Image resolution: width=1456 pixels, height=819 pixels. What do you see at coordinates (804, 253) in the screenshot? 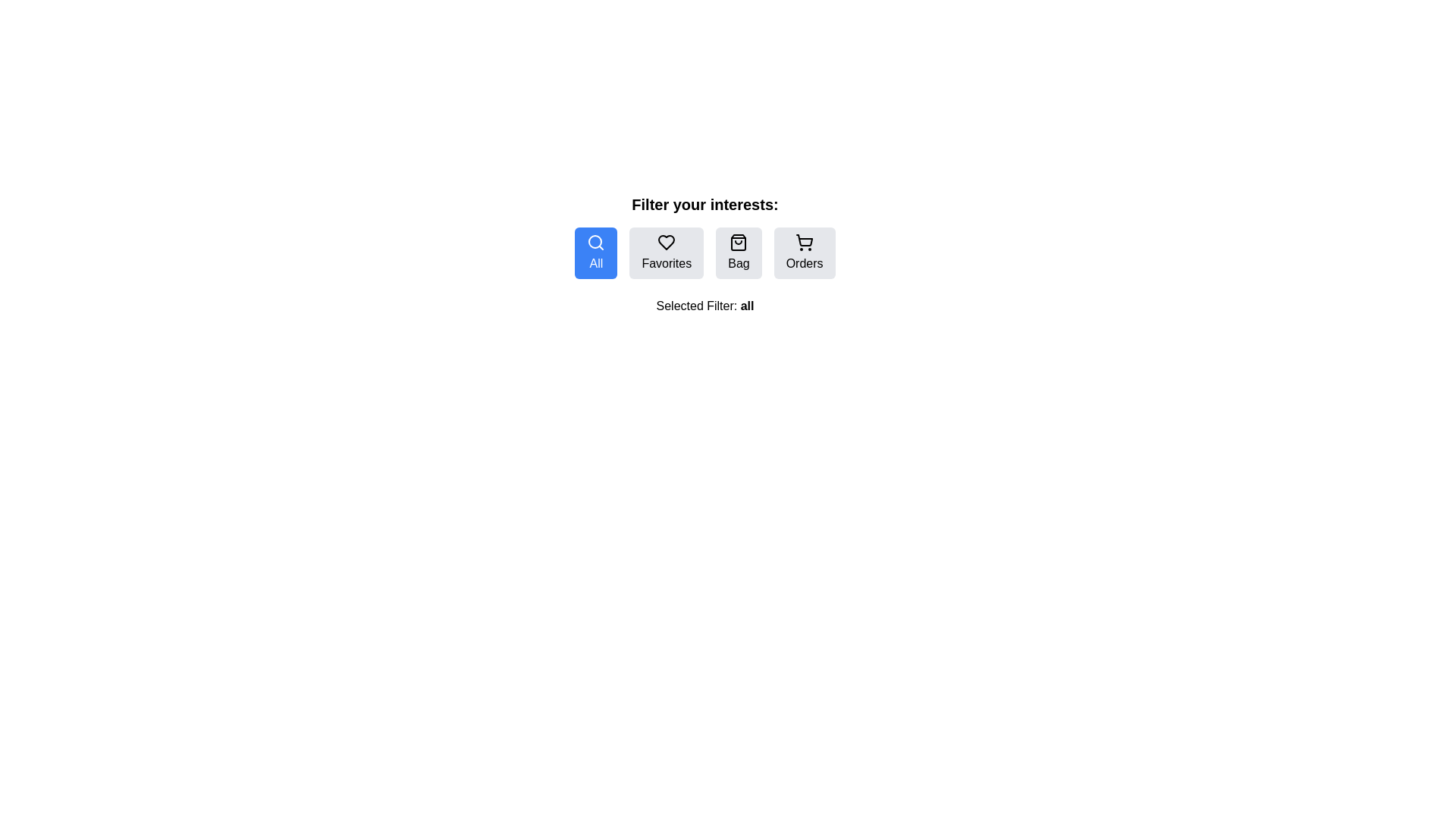
I see `the Orders filter button to change the active filter` at bounding box center [804, 253].